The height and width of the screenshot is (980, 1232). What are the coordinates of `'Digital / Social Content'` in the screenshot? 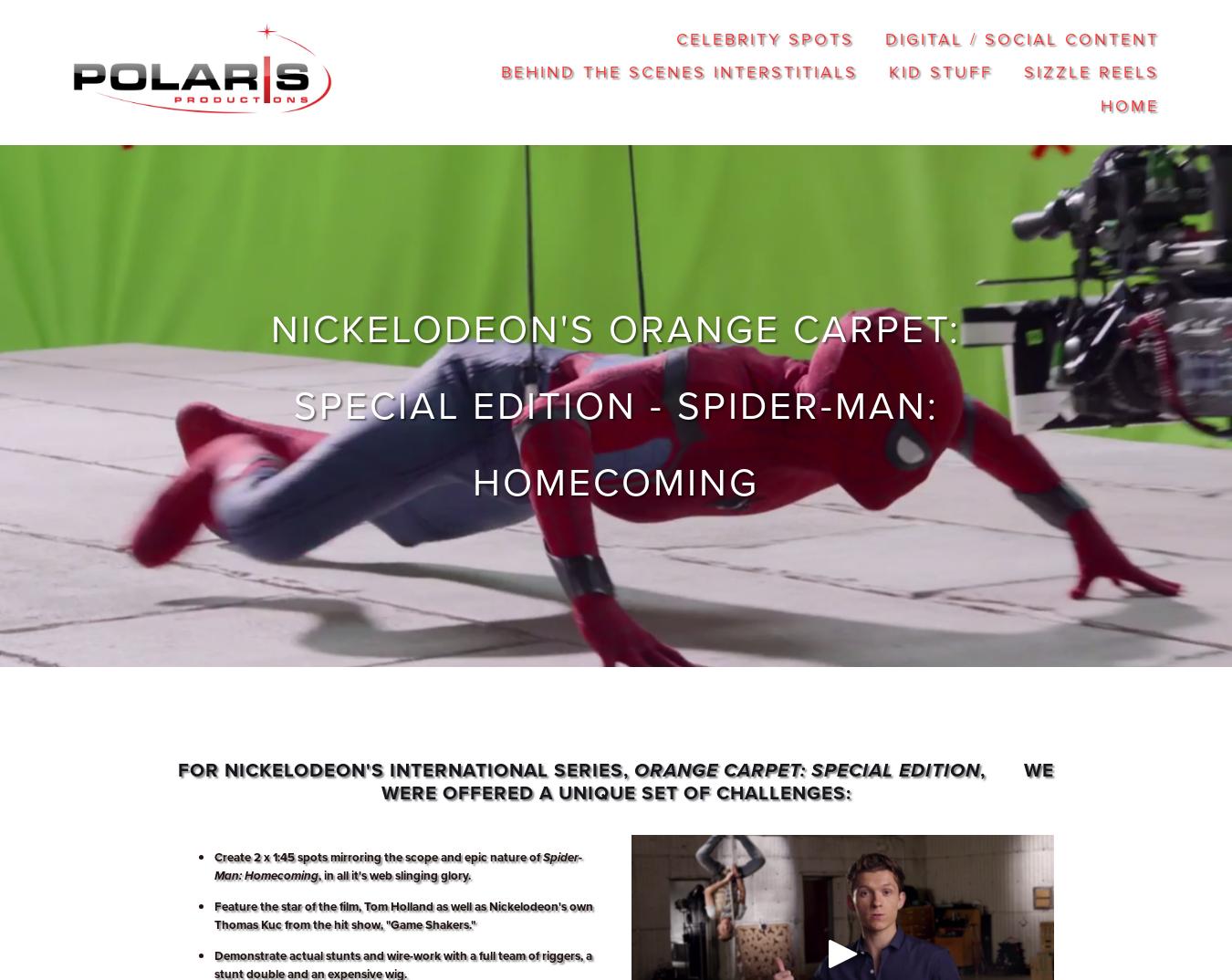 It's located at (1021, 37).